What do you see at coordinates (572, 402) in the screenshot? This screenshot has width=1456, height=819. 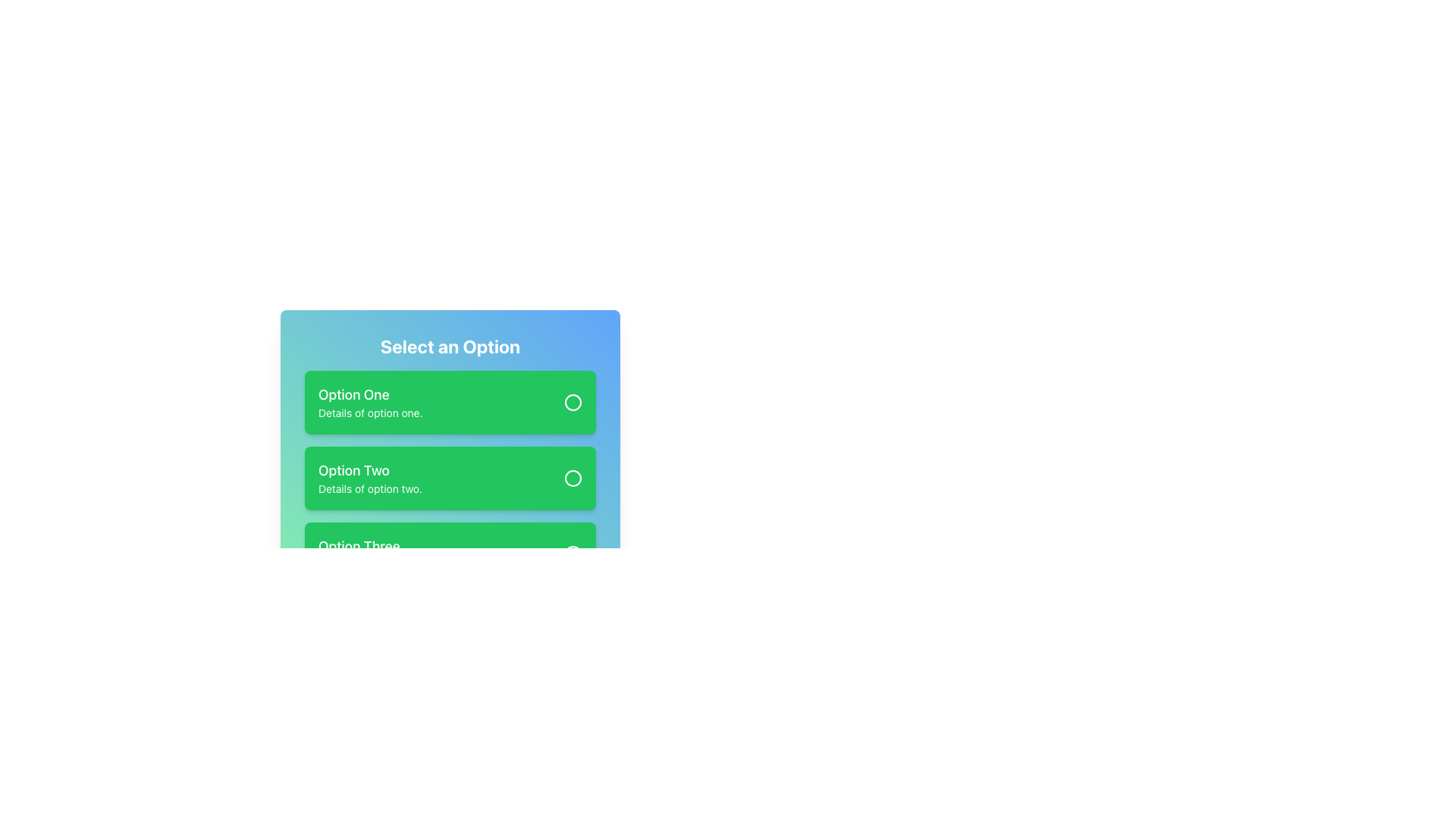 I see `the first radio button in the vertical list near the right edge of the 'Option One' area` at bounding box center [572, 402].